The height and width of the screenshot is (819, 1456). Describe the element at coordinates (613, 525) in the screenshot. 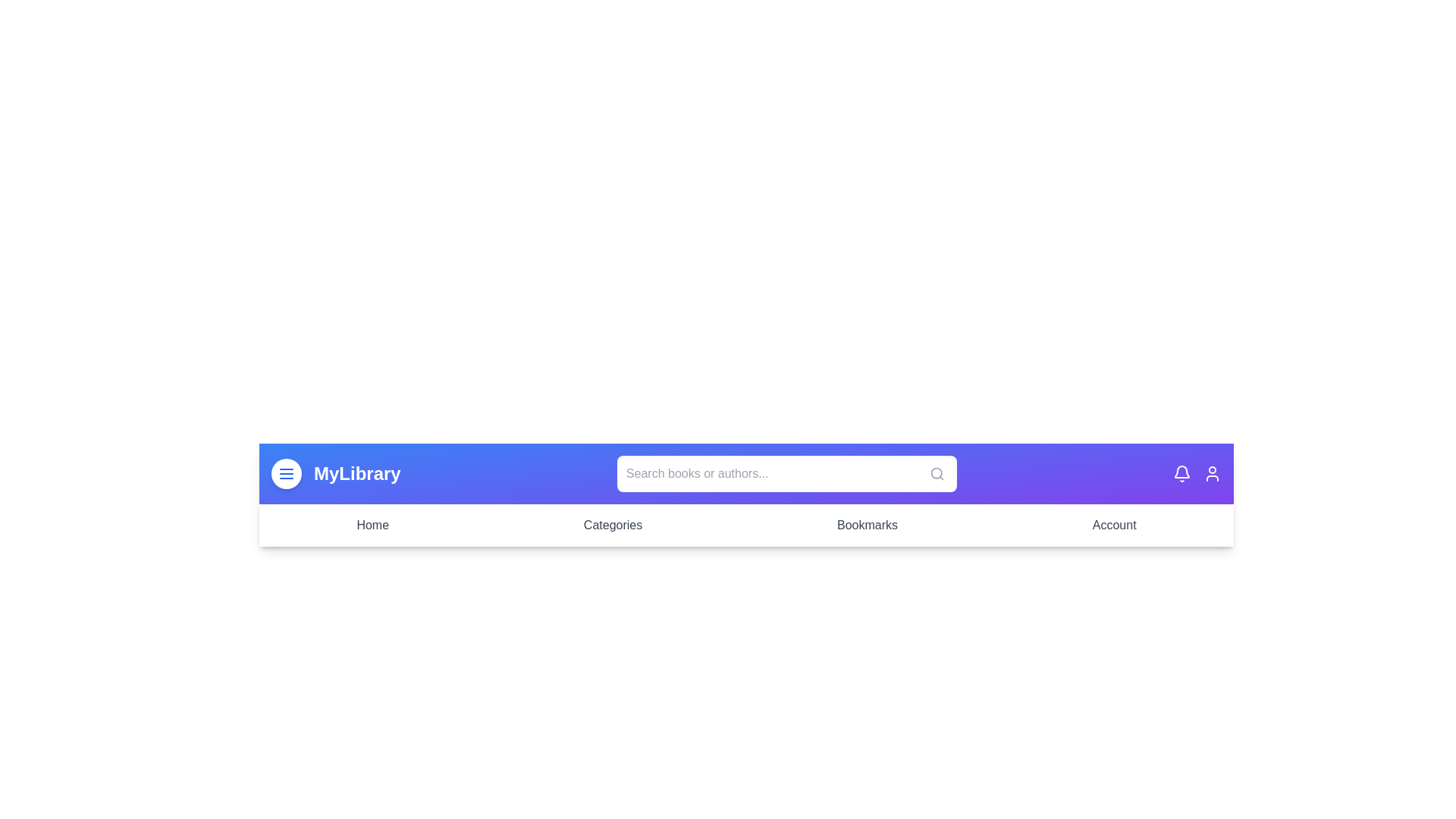

I see `the Categories menu item in the navigation bar` at that location.